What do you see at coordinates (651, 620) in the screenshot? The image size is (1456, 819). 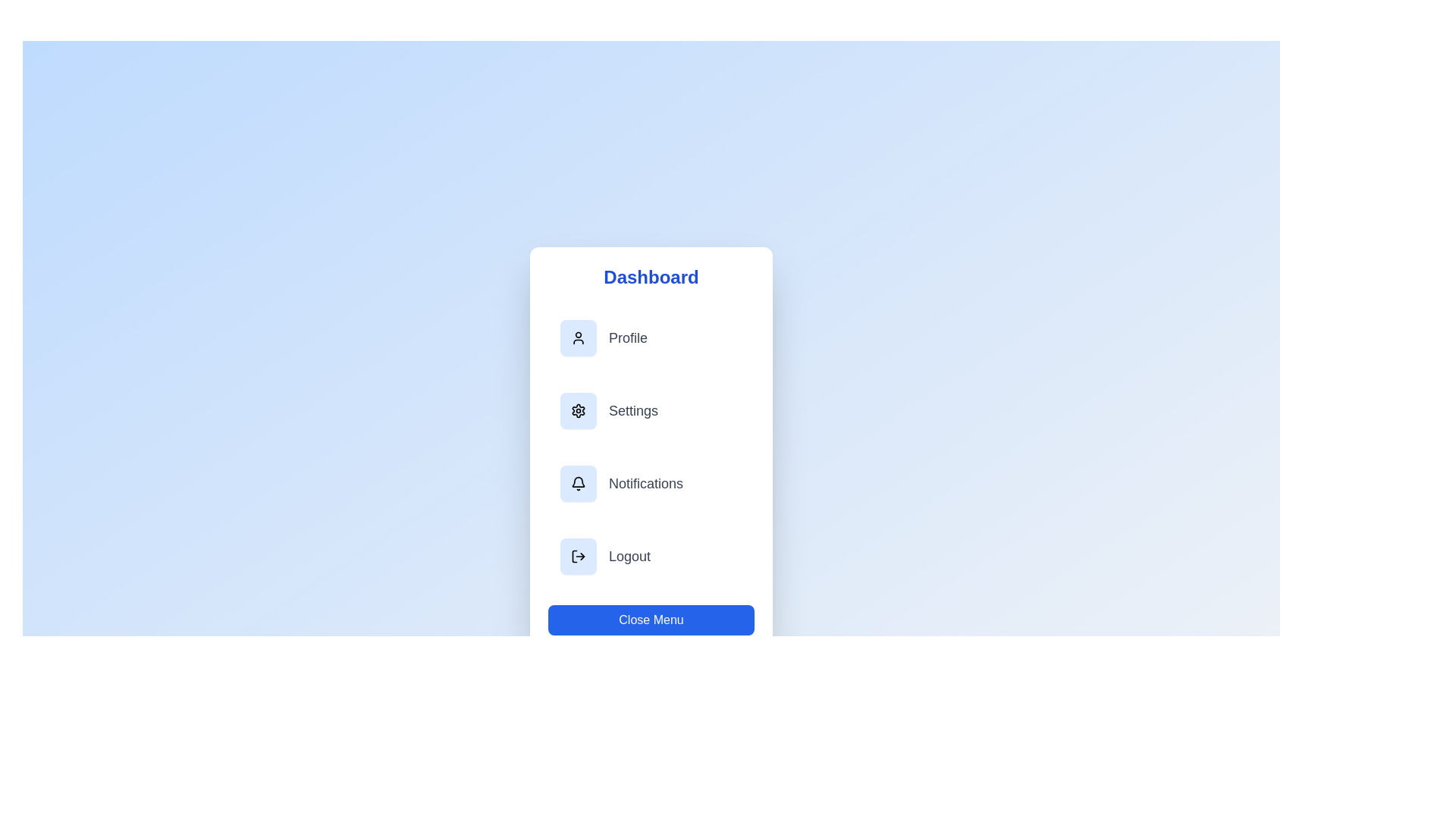 I see `the 'Close Menu' button to close the menu` at bounding box center [651, 620].